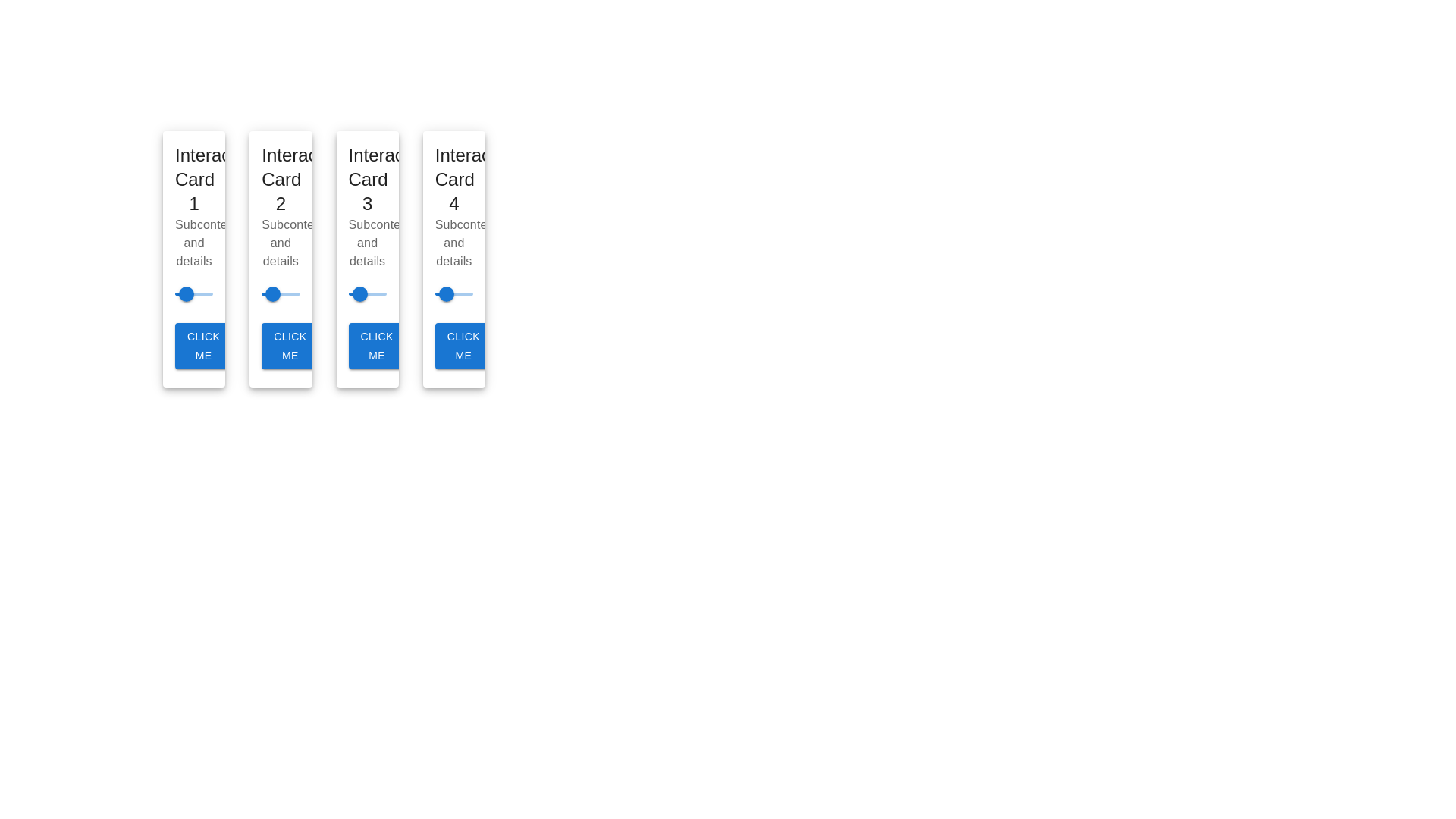  Describe the element at coordinates (291, 294) in the screenshot. I see `the slider` at that location.